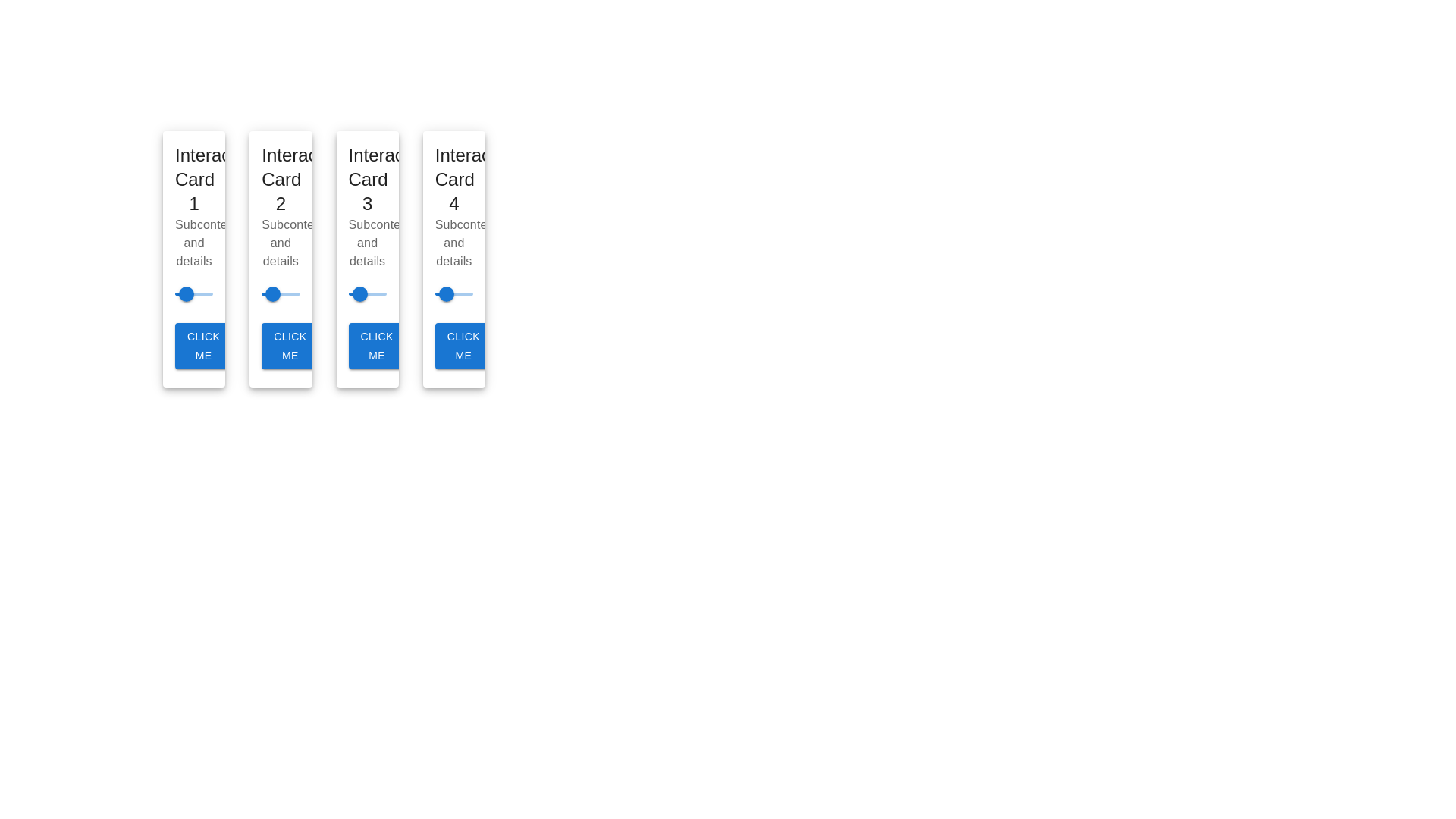  Describe the element at coordinates (291, 294) in the screenshot. I see `the slider` at that location.